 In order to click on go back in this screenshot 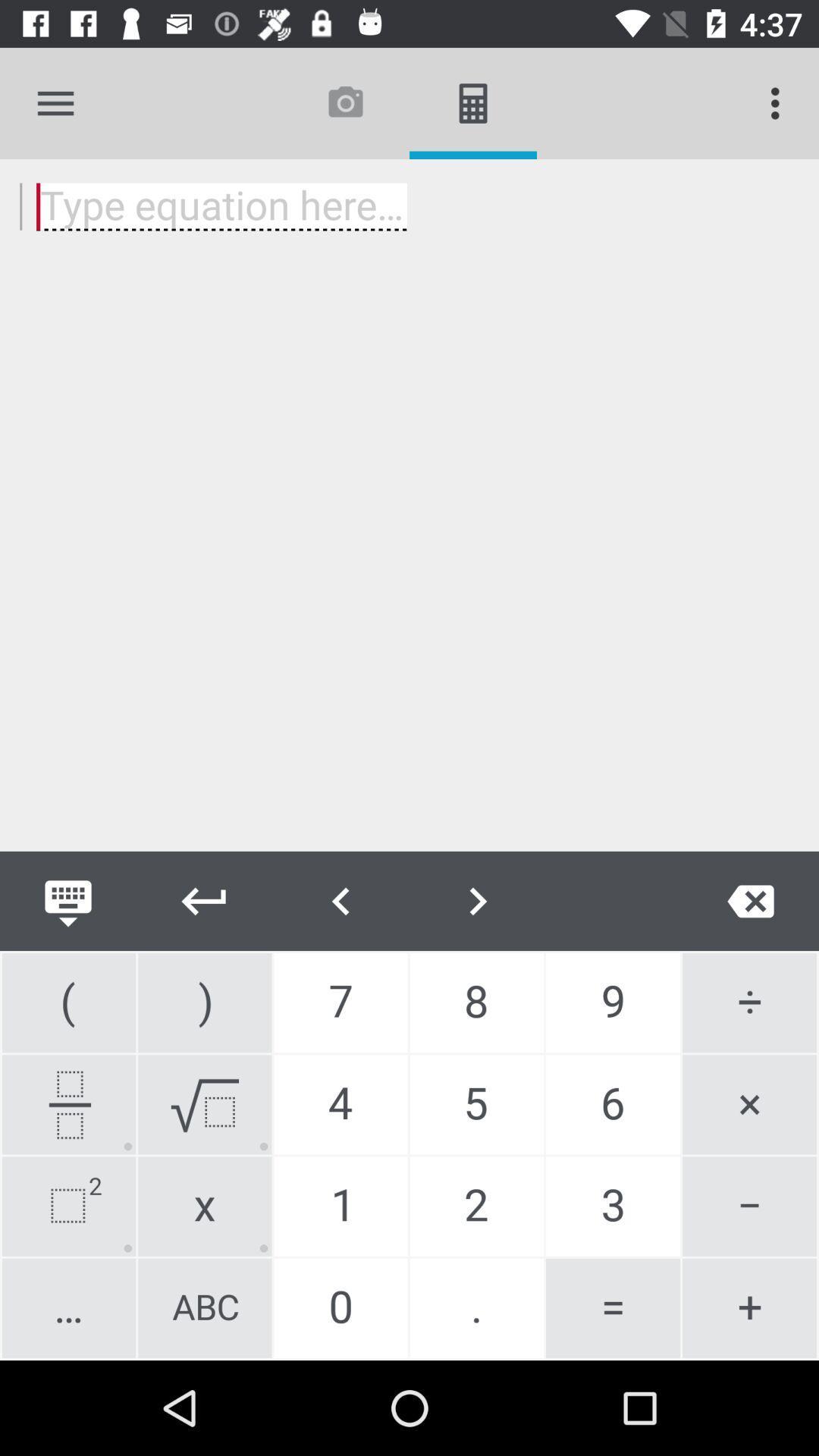, I will do `click(205, 901)`.